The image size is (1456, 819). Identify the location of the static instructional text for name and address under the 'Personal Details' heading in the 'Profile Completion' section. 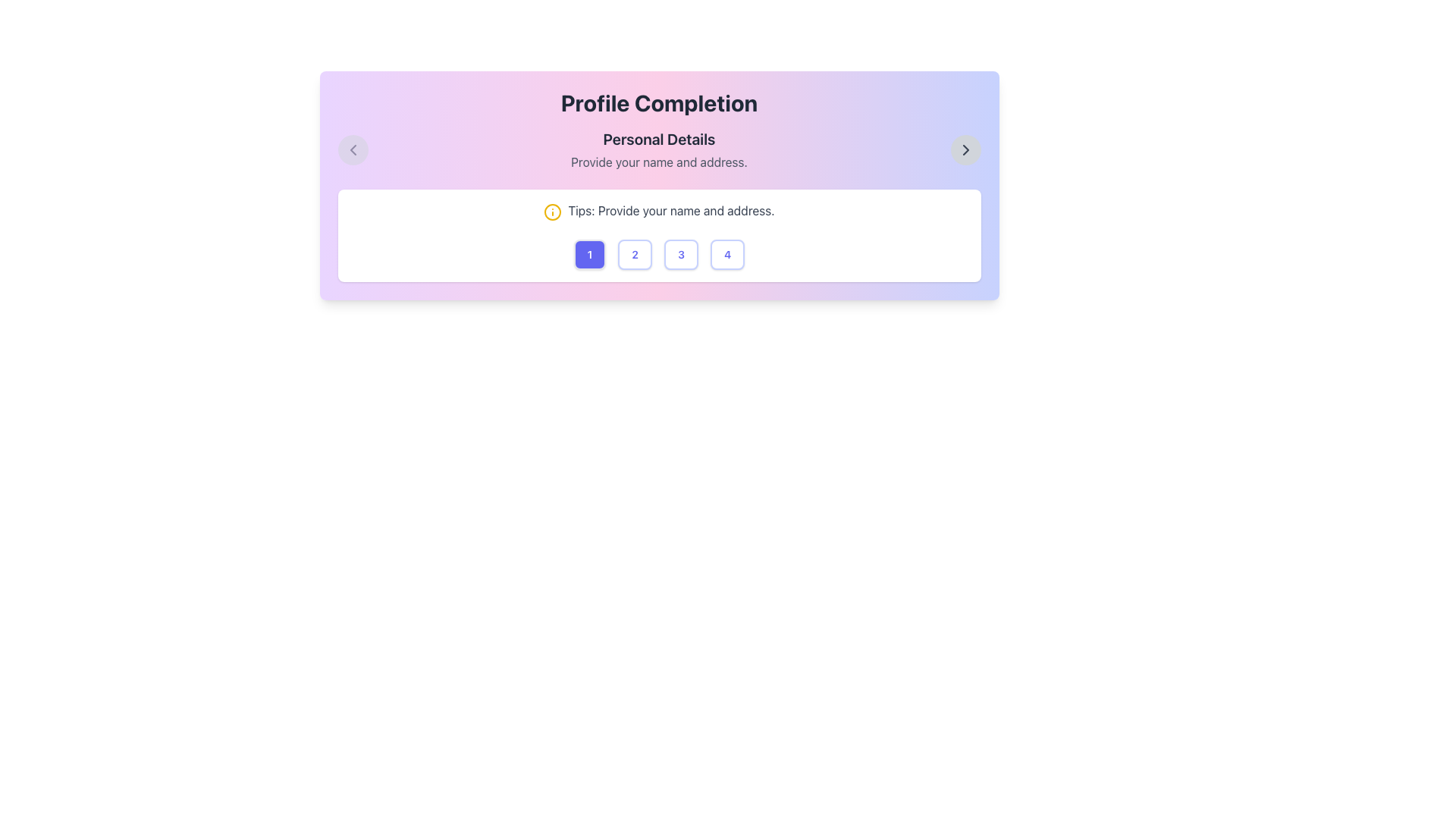
(659, 162).